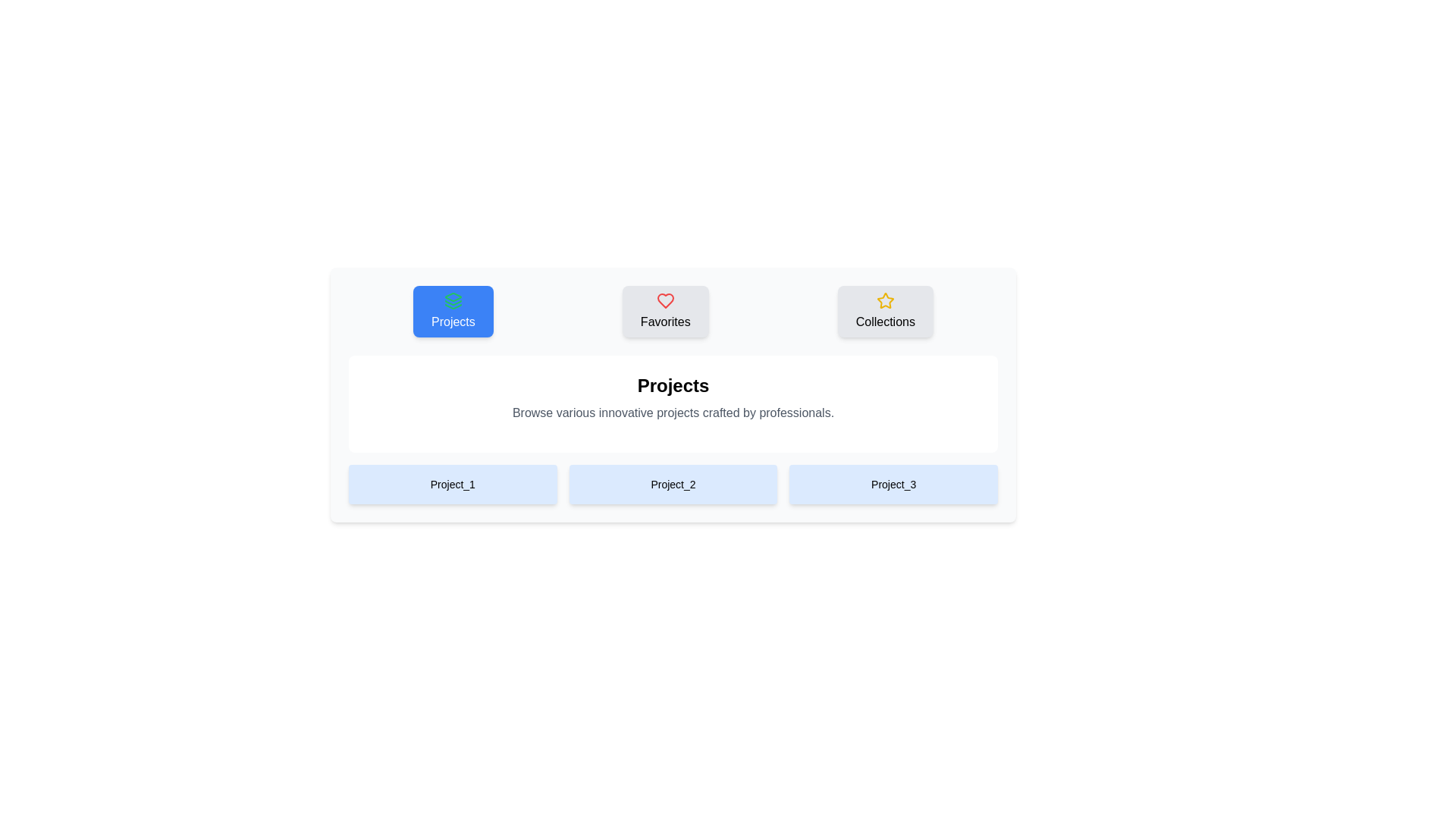  I want to click on the Projects Tab to observe the visual effect, so click(452, 311).